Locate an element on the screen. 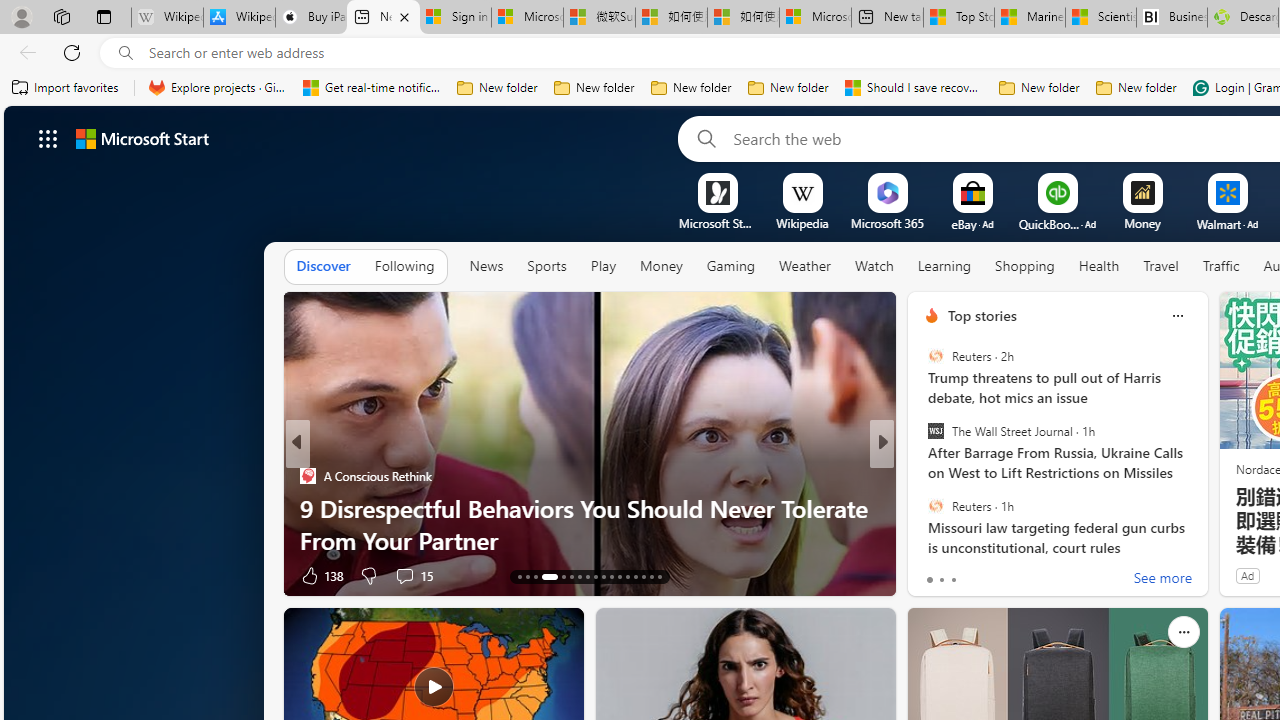 The image size is (1280, 720). 'Search icon' is located at coordinates (125, 52).